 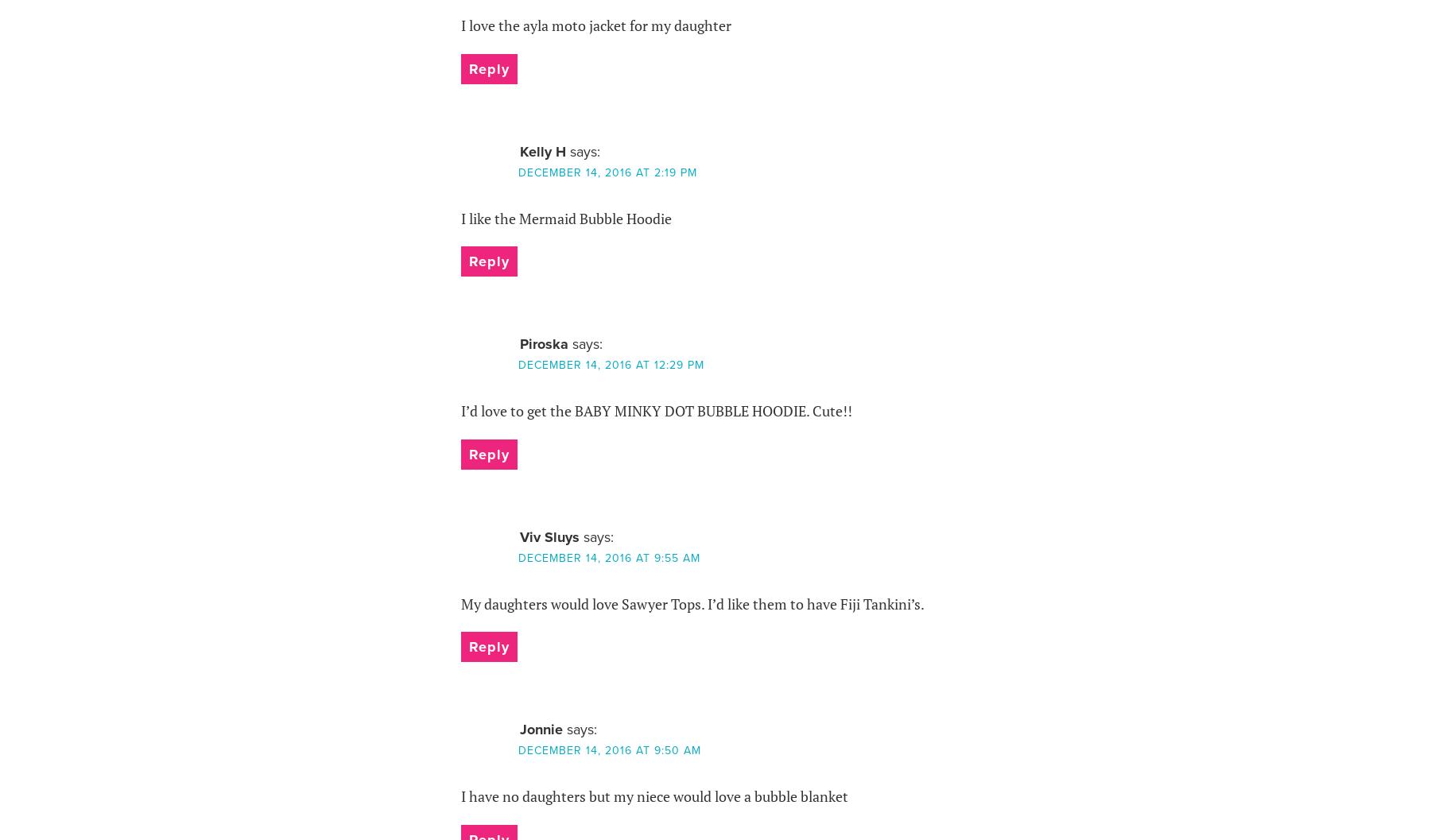 What do you see at coordinates (653, 795) in the screenshot?
I see `'I have no daughters but my niece would love a bubble blanket'` at bounding box center [653, 795].